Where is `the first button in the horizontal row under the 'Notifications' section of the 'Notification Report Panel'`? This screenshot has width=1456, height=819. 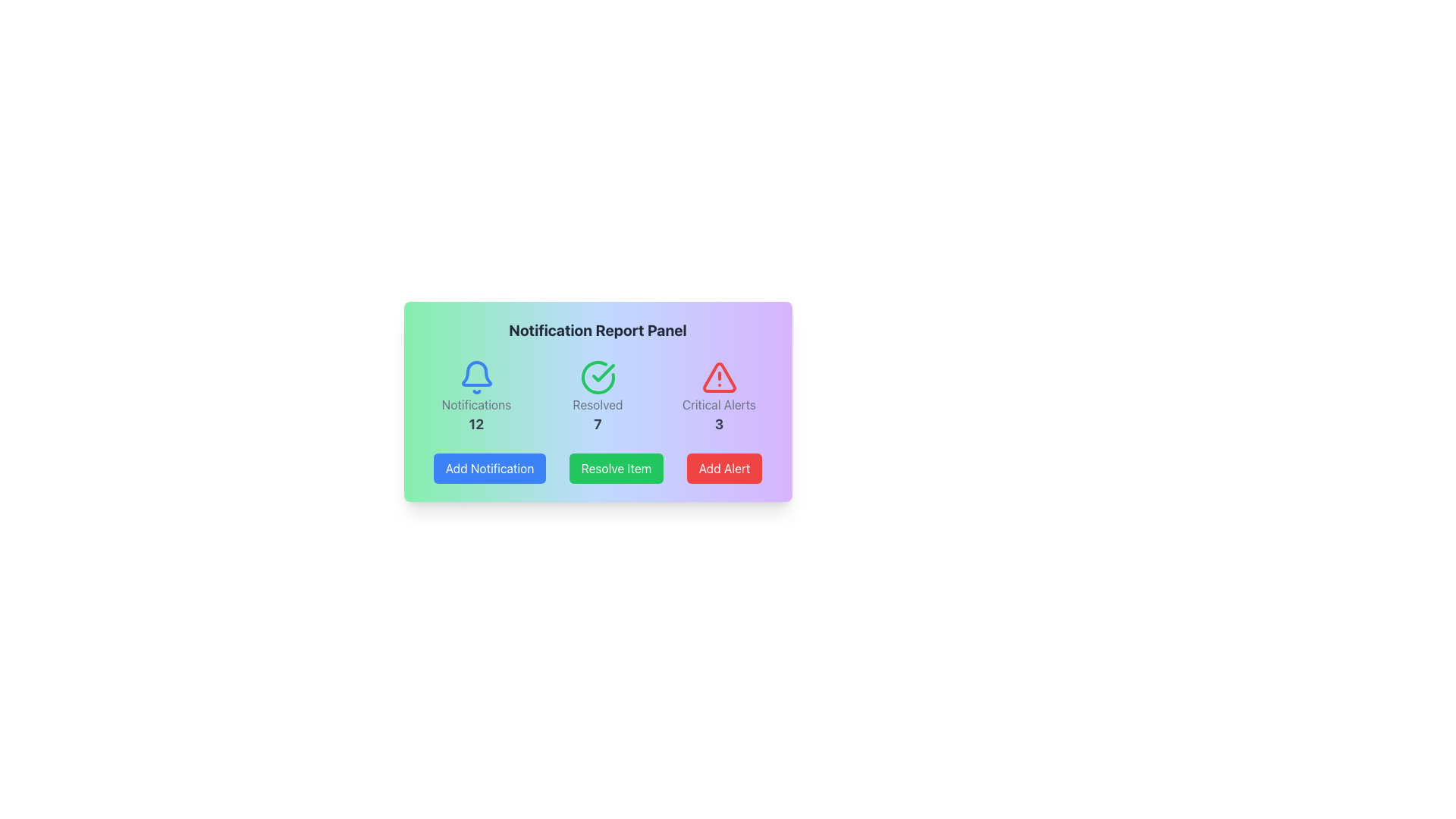
the first button in the horizontal row under the 'Notifications' section of the 'Notification Report Panel' is located at coordinates (490, 467).